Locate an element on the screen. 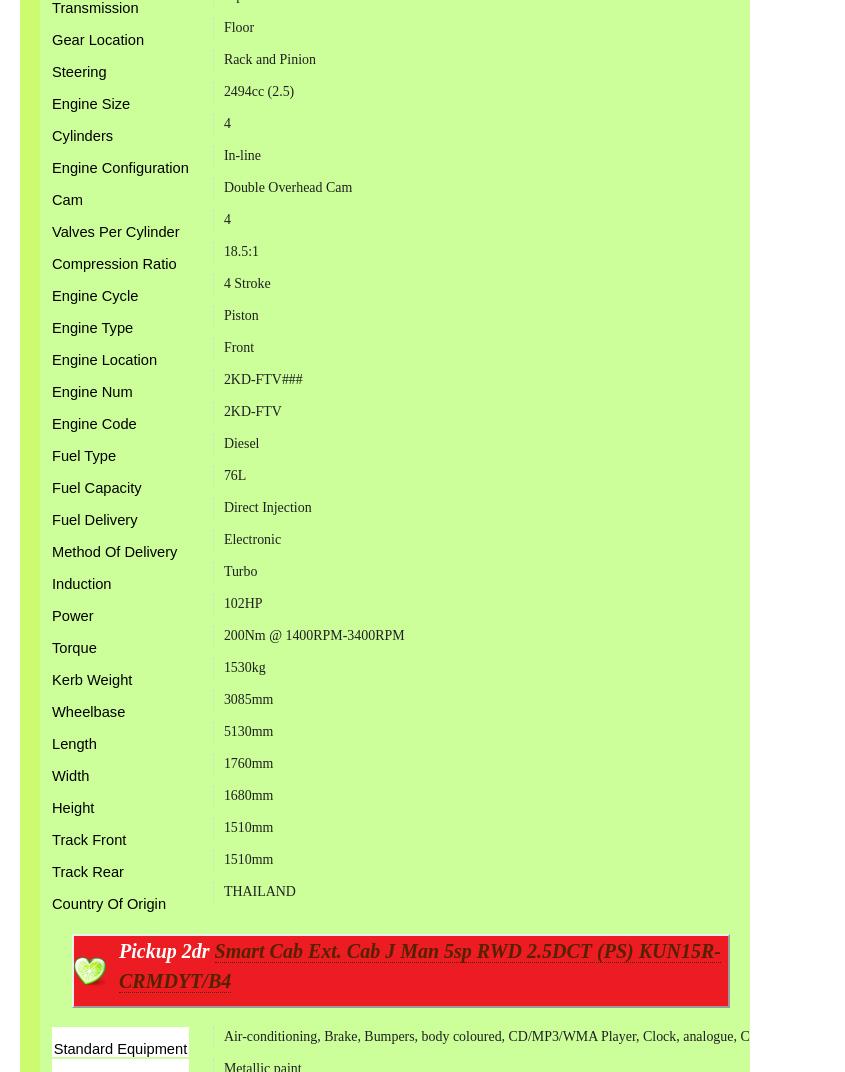 This screenshot has height=1072, width=845. 'Country Of Origin' is located at coordinates (109, 903).